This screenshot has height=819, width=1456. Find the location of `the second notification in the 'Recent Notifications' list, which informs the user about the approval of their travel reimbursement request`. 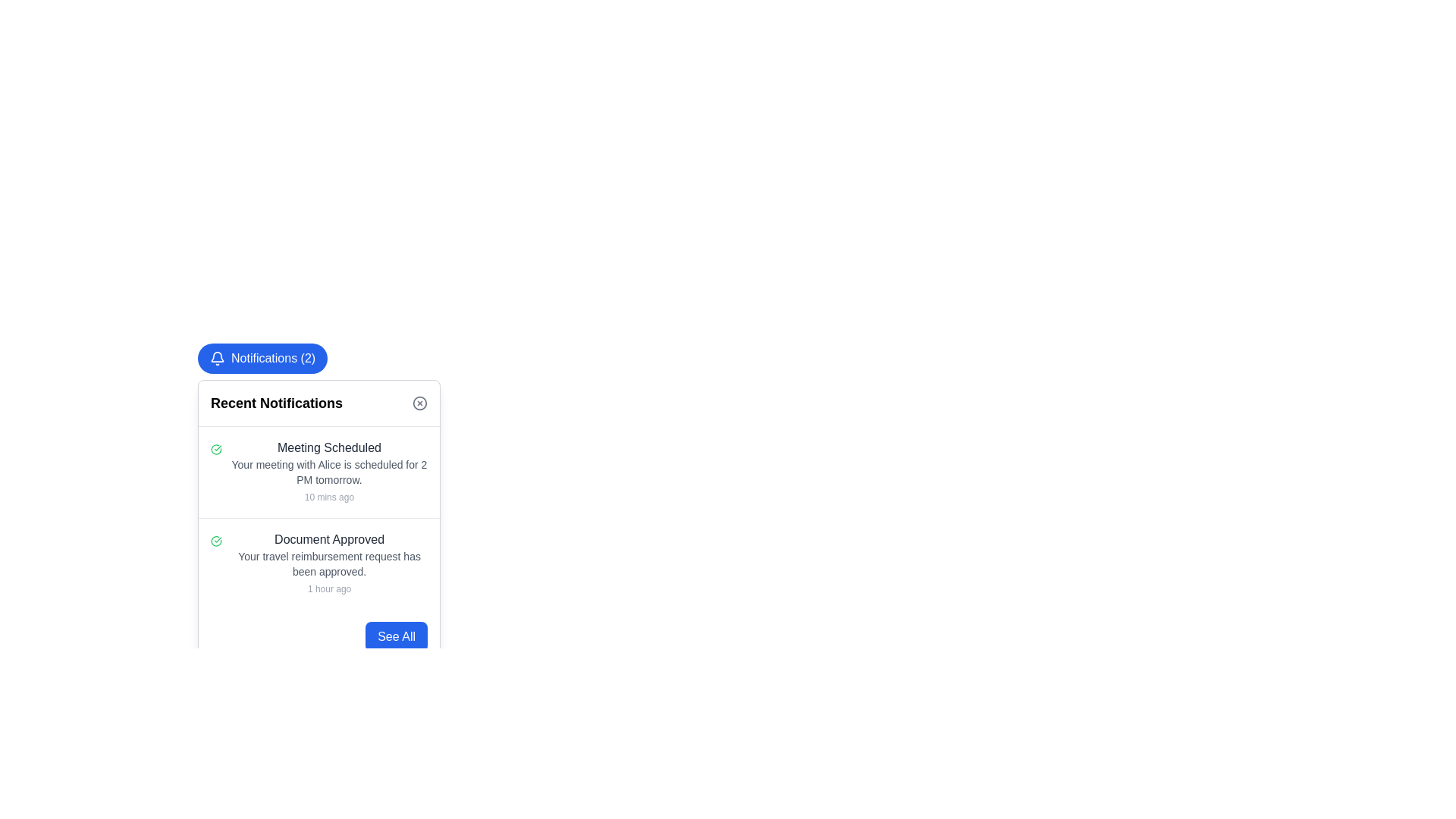

the second notification in the 'Recent Notifications' list, which informs the user about the approval of their travel reimbursement request is located at coordinates (318, 564).